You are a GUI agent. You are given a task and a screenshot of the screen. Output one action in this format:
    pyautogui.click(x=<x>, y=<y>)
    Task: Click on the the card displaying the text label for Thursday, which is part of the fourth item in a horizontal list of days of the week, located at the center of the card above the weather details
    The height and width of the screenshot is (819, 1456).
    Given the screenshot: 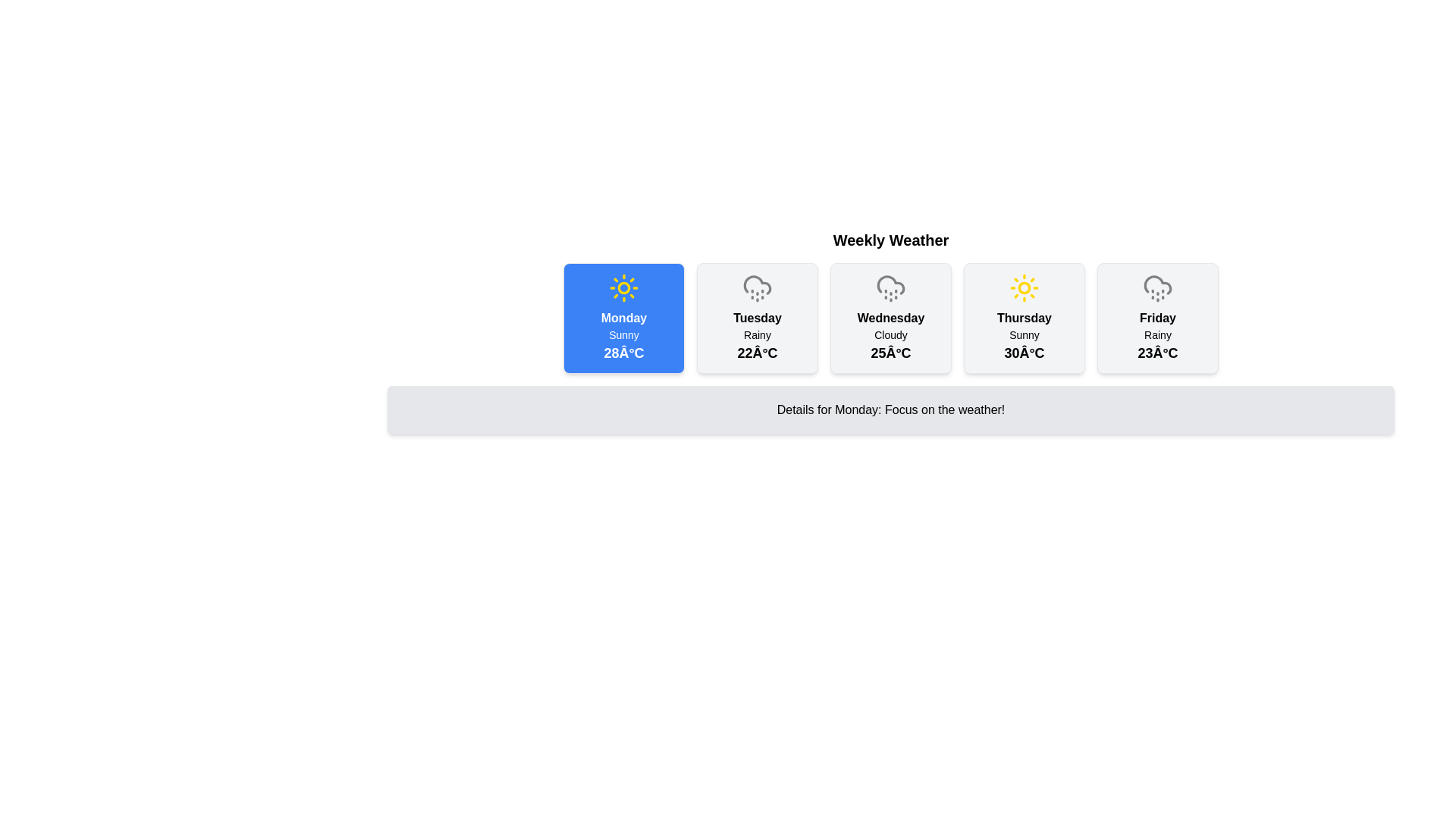 What is the action you would take?
    pyautogui.click(x=1024, y=318)
    